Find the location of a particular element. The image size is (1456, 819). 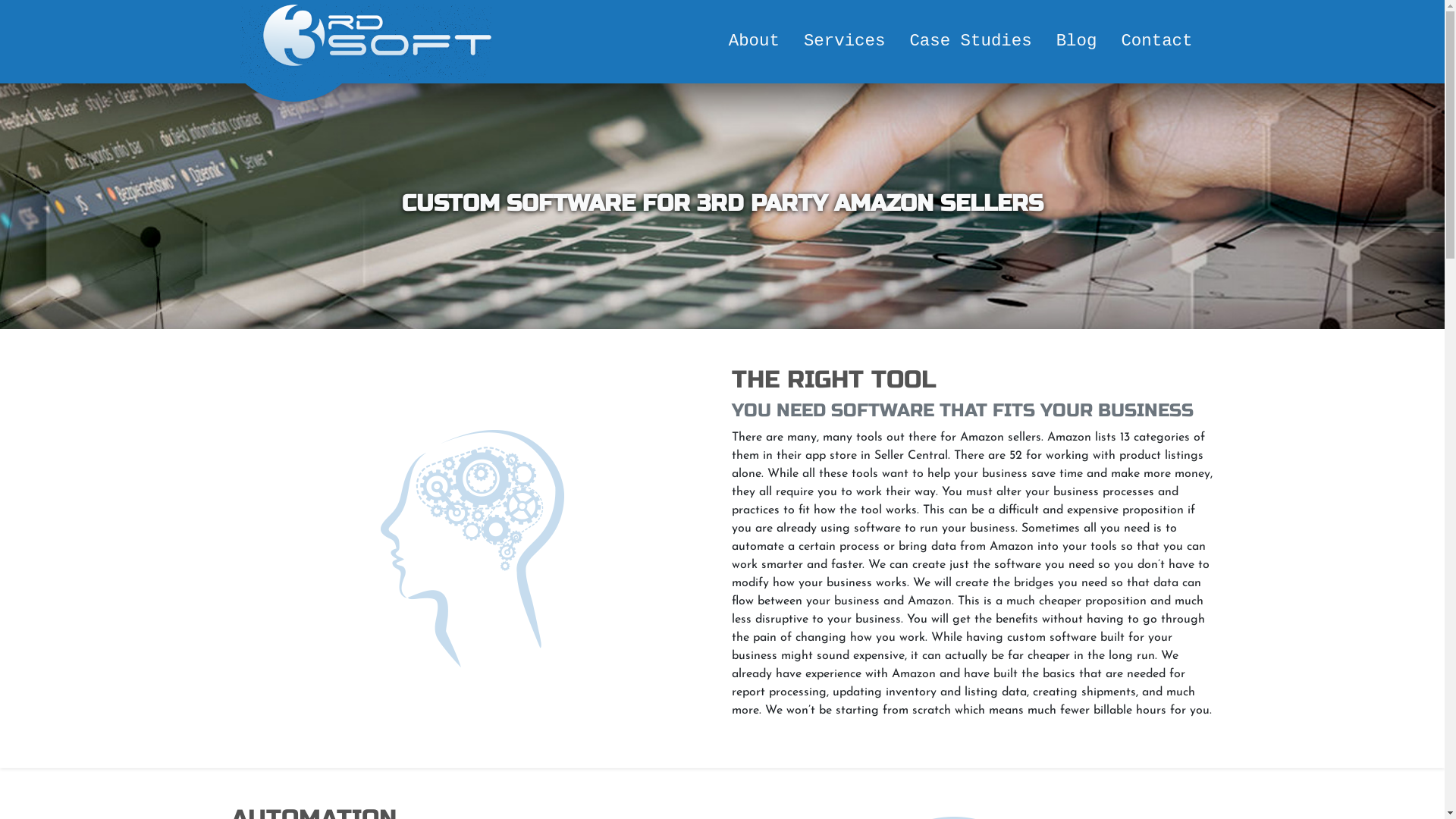

'Case Studies' is located at coordinates (896, 40).